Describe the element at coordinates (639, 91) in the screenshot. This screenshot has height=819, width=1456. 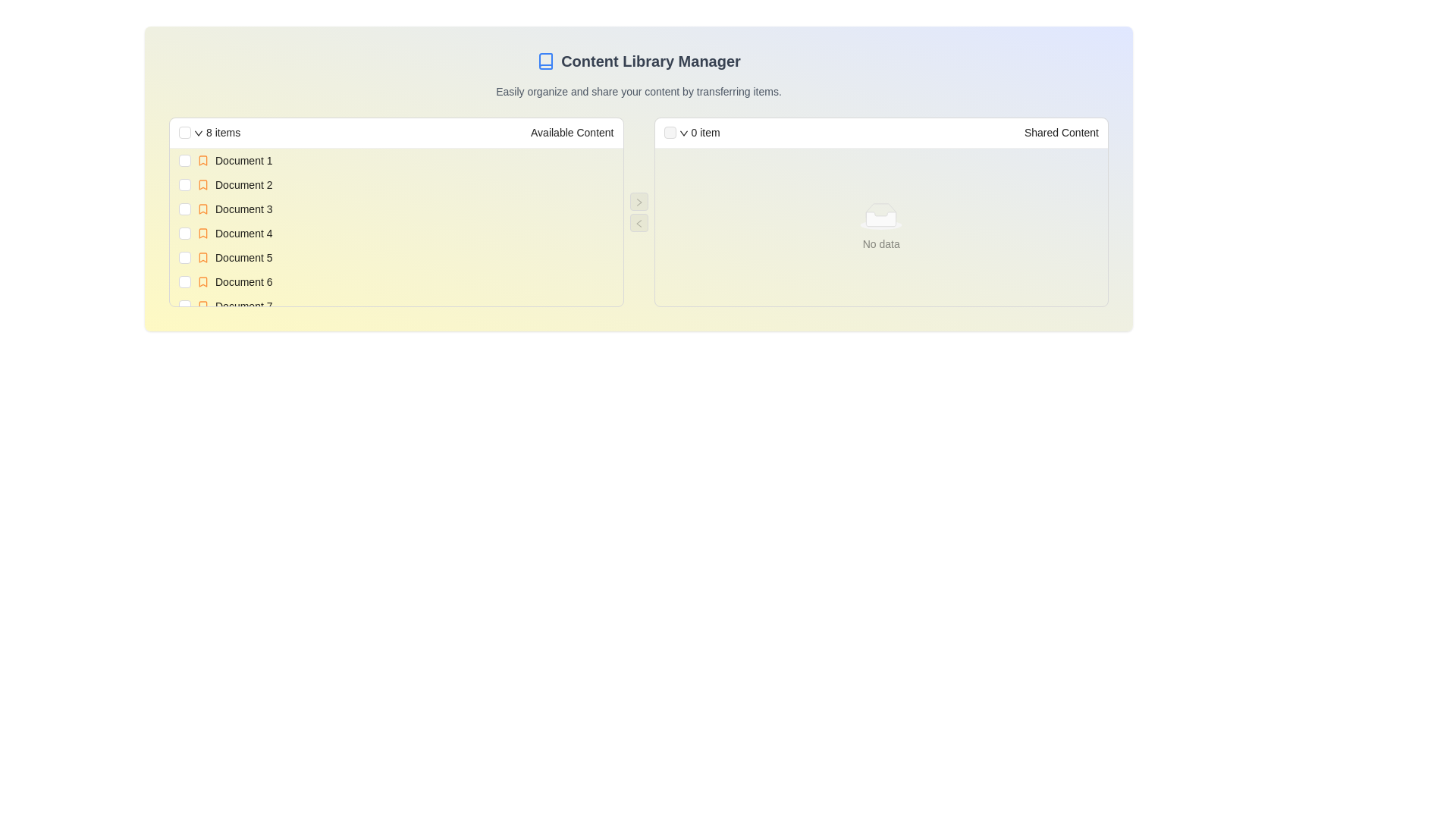
I see `the text display that reads 'Easily organize and share your content by transferring items.' located beneath the heading 'Content Library Manager' in the header section` at that location.